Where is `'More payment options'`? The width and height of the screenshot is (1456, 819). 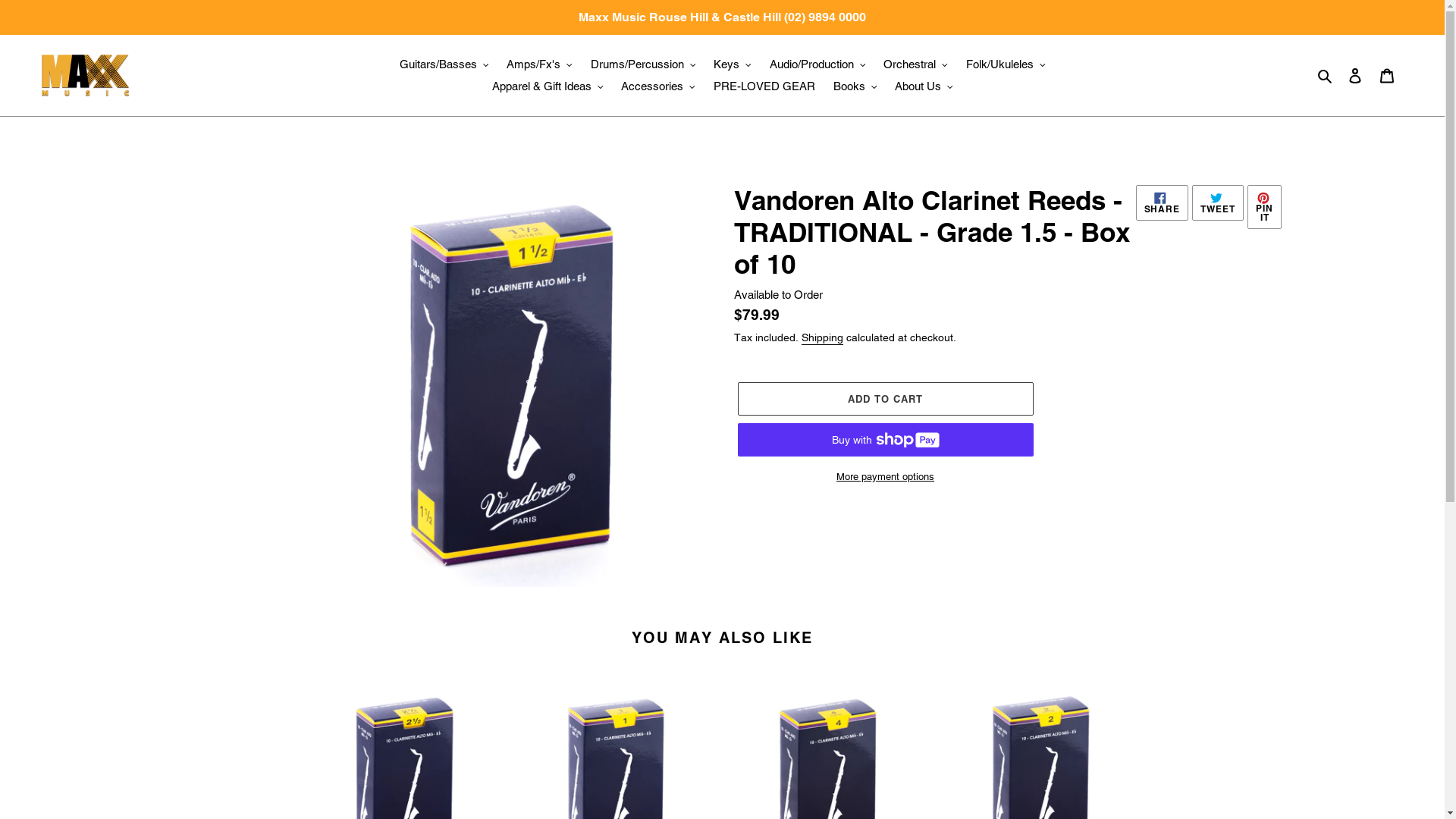 'More payment options' is located at coordinates (884, 475).